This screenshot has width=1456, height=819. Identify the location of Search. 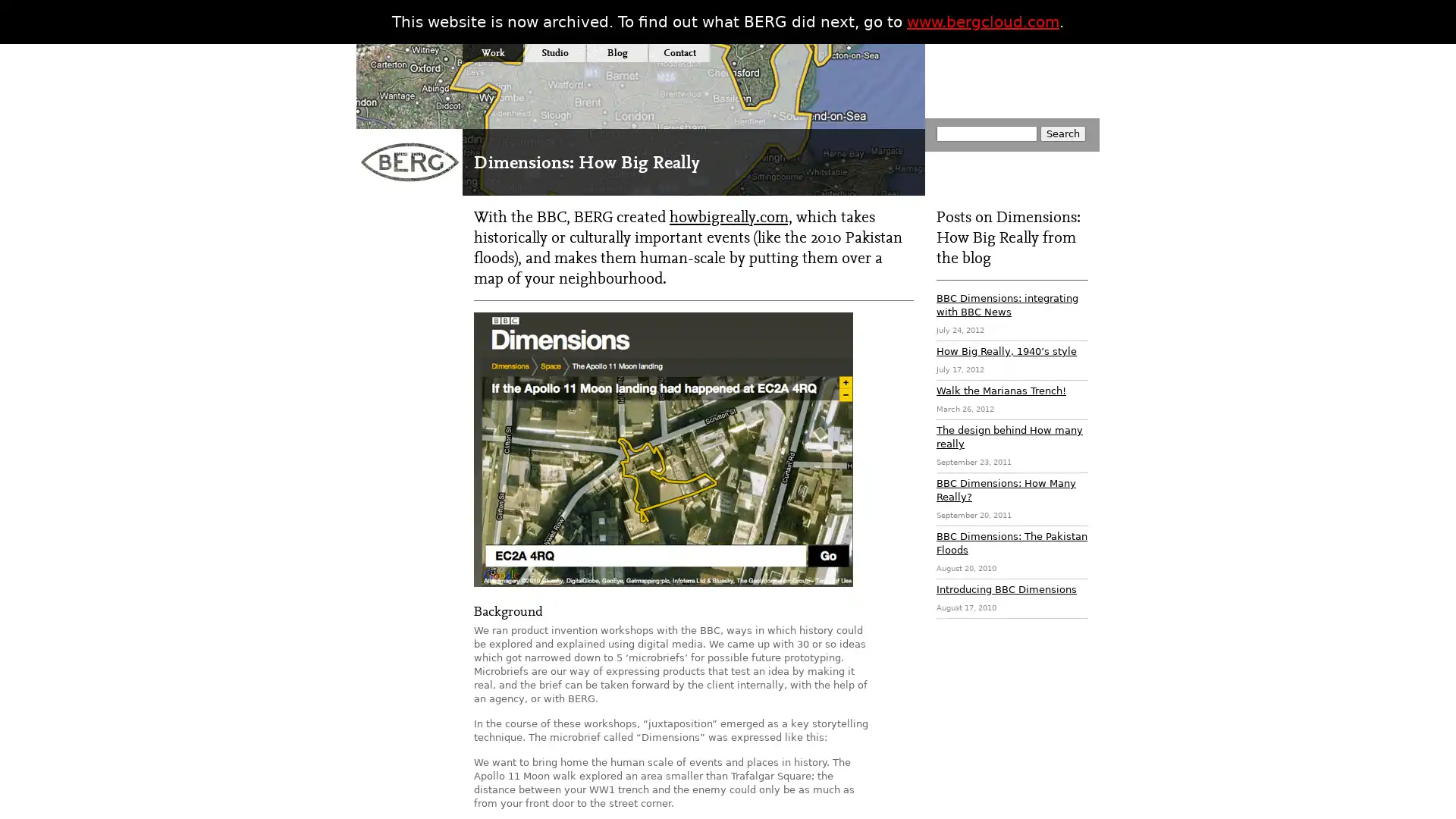
(1062, 133).